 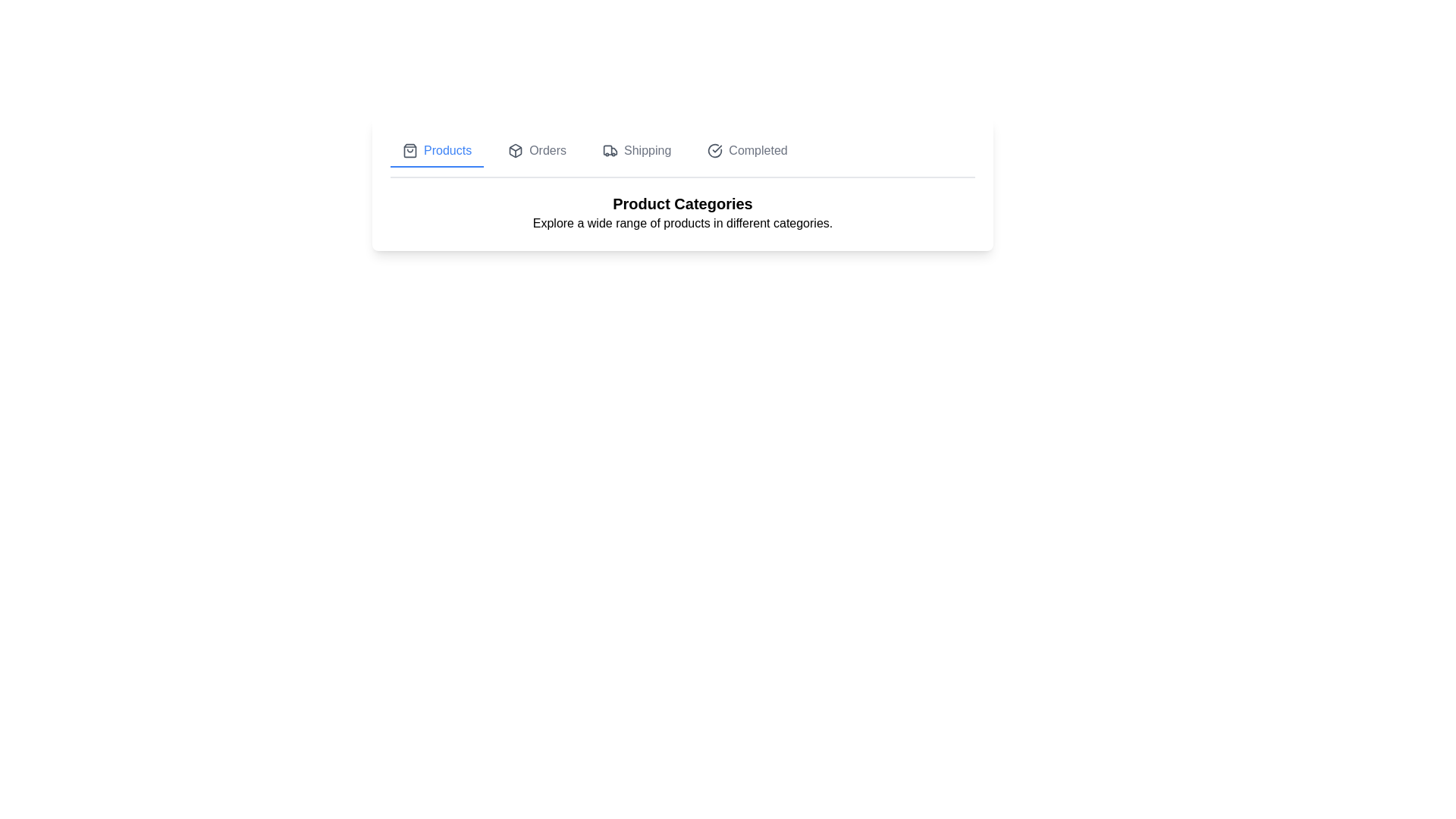 I want to click on the 'Products' text label within the navigation menu at the top center of the application layout, so click(x=447, y=151).